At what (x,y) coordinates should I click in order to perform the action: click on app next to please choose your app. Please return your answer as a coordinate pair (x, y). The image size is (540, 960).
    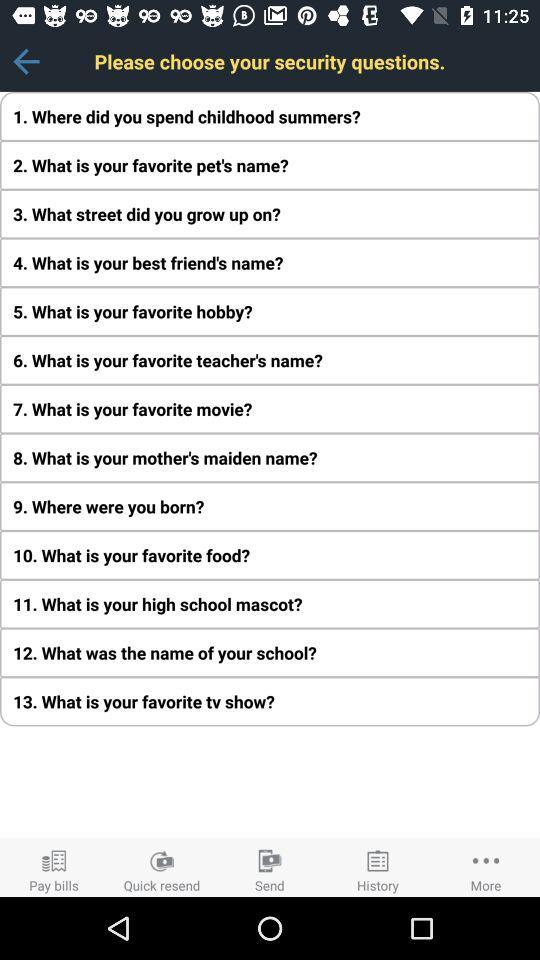
    Looking at the image, I should click on (25, 61).